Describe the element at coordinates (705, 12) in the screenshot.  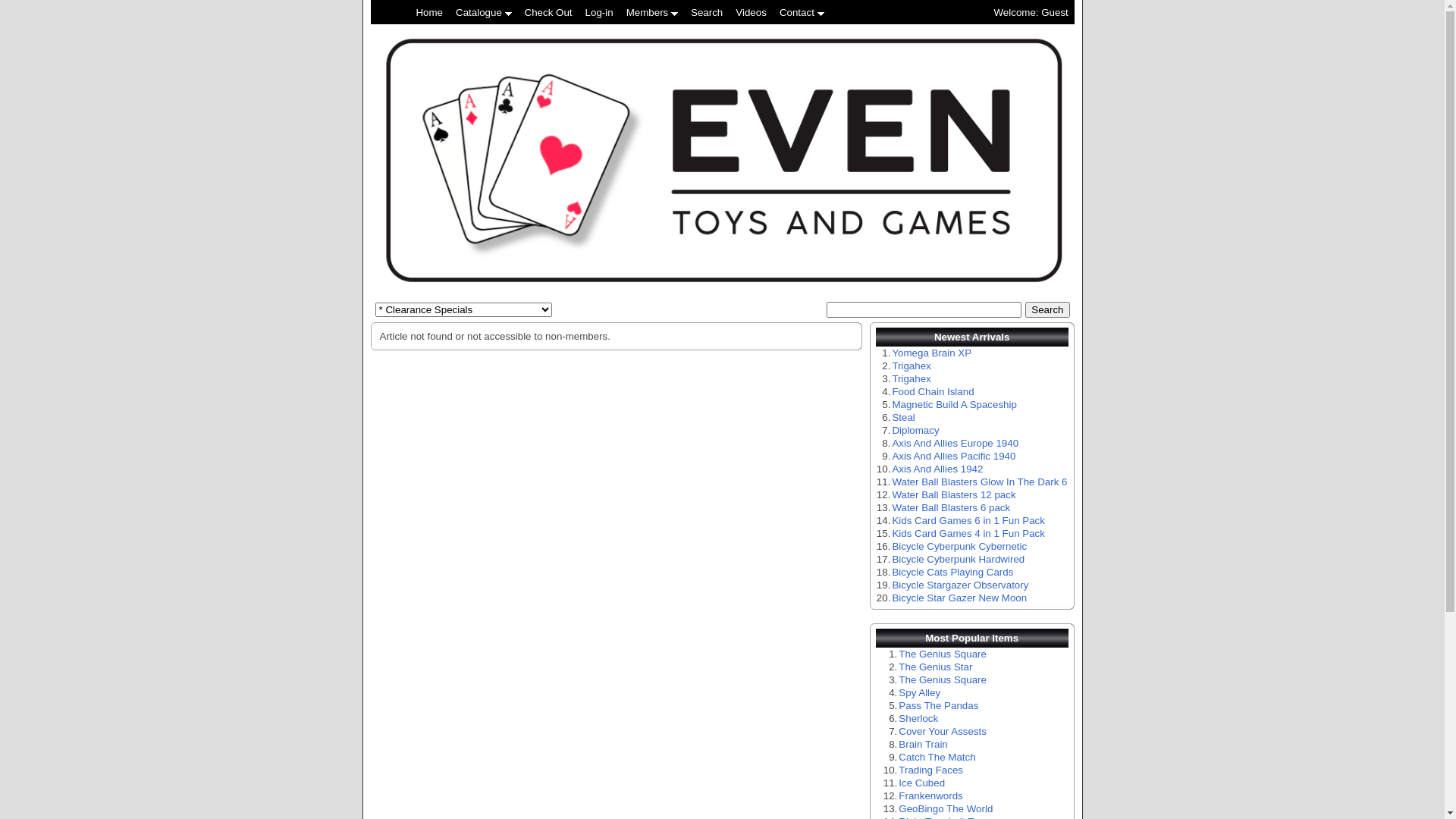
I see `'Search'` at that location.